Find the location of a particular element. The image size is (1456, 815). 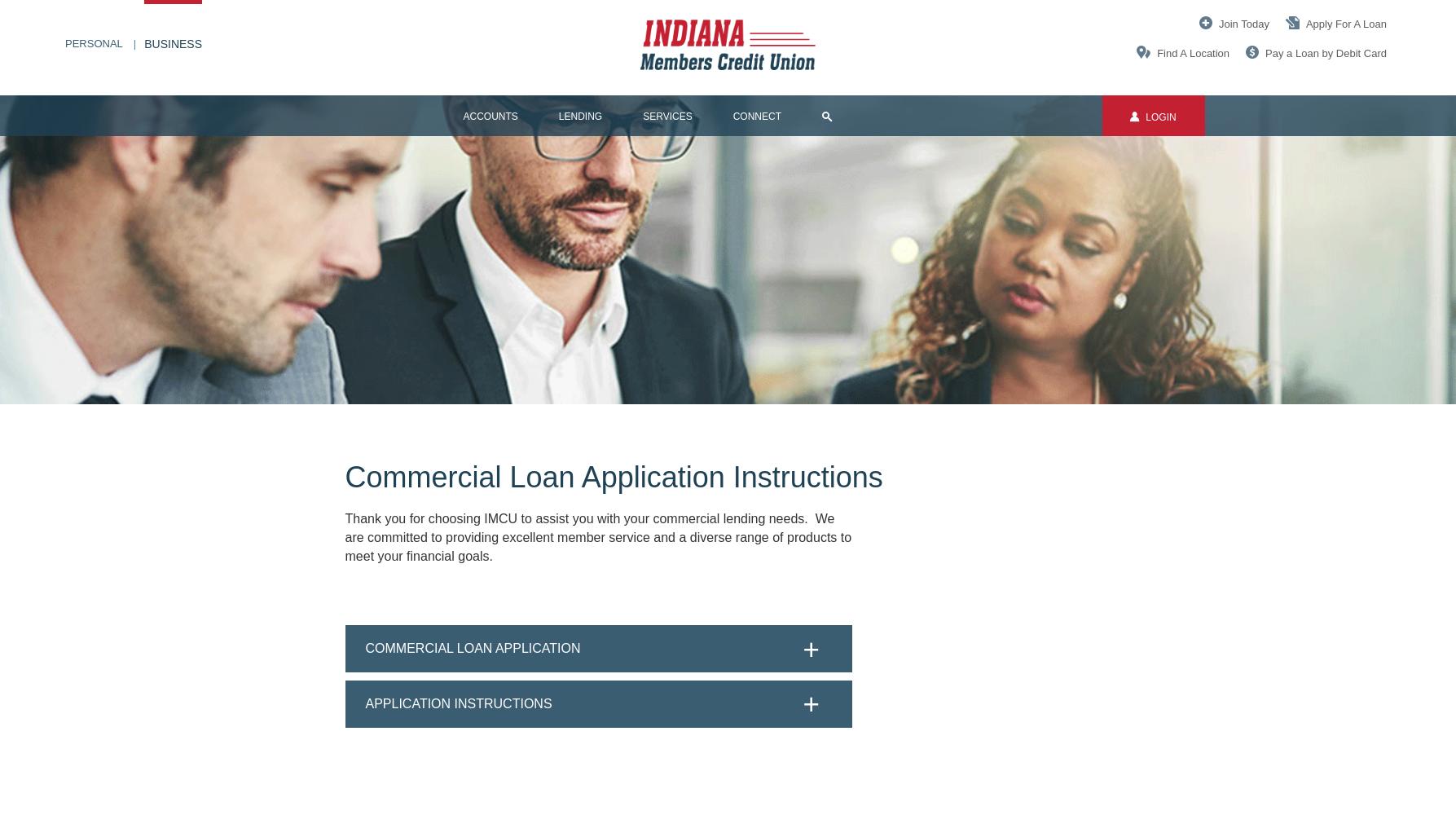

'Find' is located at coordinates (1167, 51).